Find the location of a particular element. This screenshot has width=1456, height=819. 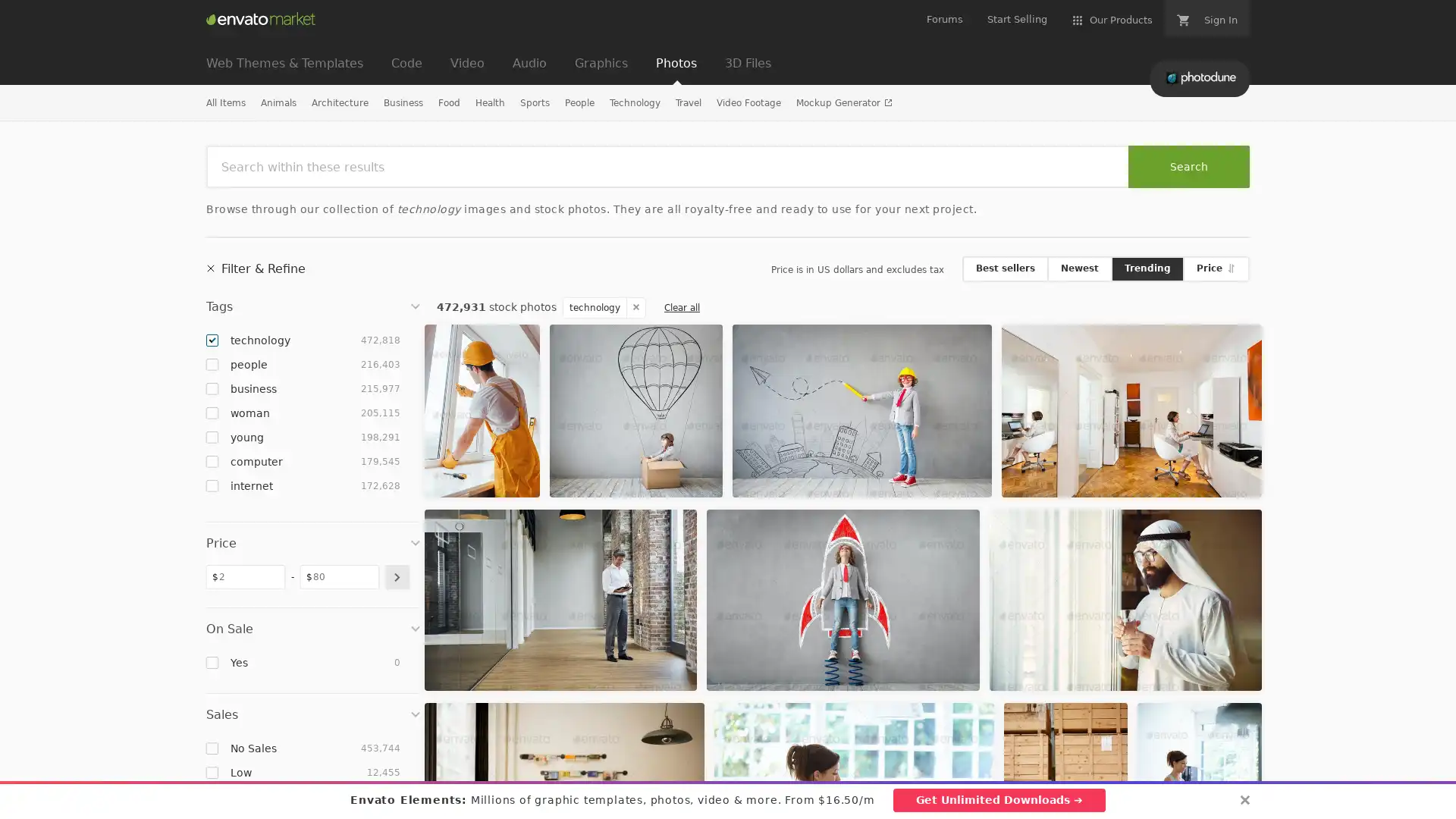

Add to Favorites is located at coordinates (676, 528).